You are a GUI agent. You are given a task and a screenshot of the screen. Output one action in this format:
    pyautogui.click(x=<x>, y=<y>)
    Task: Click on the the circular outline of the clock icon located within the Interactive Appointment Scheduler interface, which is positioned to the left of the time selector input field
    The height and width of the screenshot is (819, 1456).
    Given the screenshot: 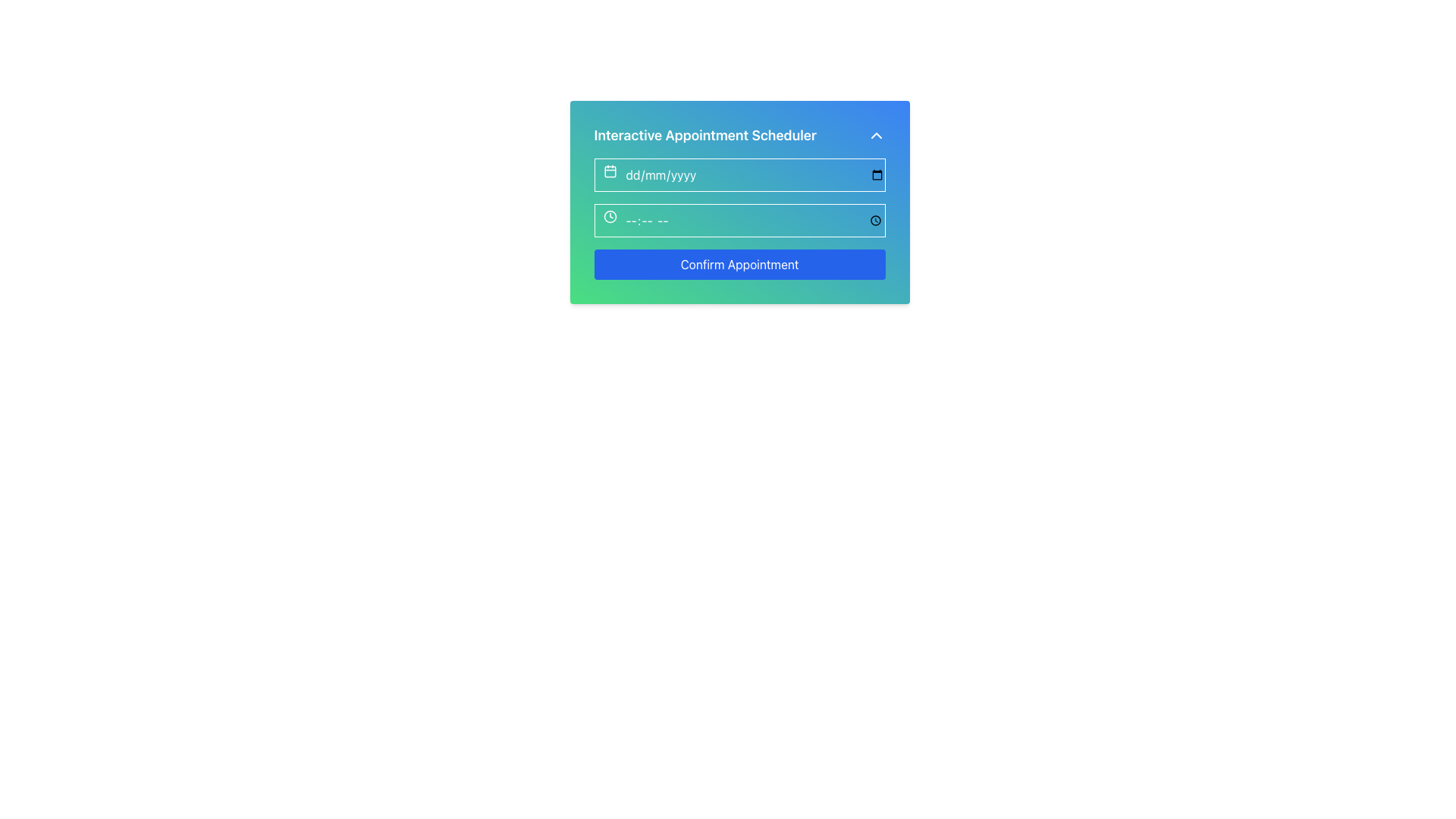 What is the action you would take?
    pyautogui.click(x=610, y=216)
    